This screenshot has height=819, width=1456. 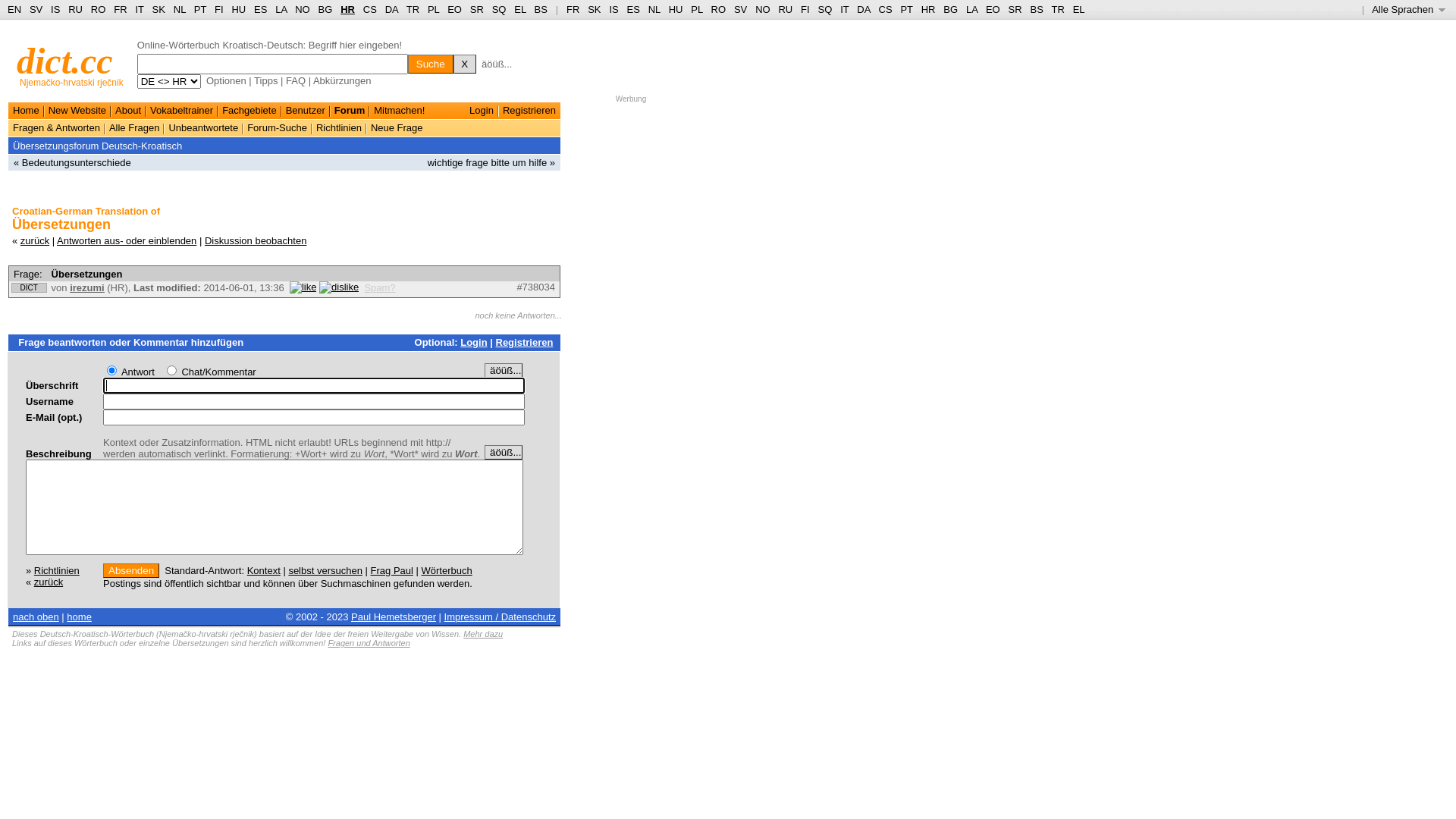 What do you see at coordinates (57, 240) in the screenshot?
I see `'Antworten aus- oder einblenden'` at bounding box center [57, 240].